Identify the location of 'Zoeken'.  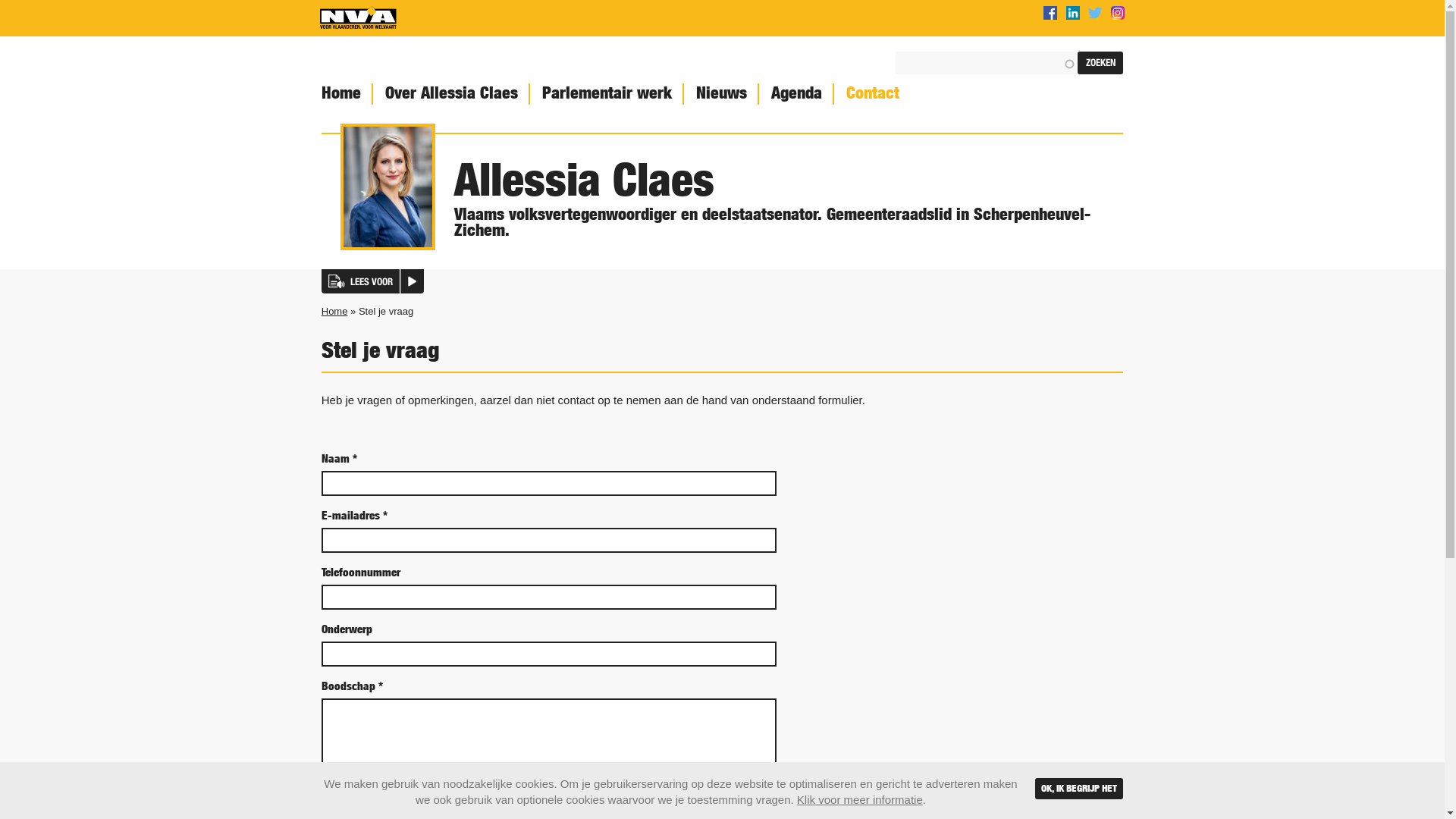
(1076, 62).